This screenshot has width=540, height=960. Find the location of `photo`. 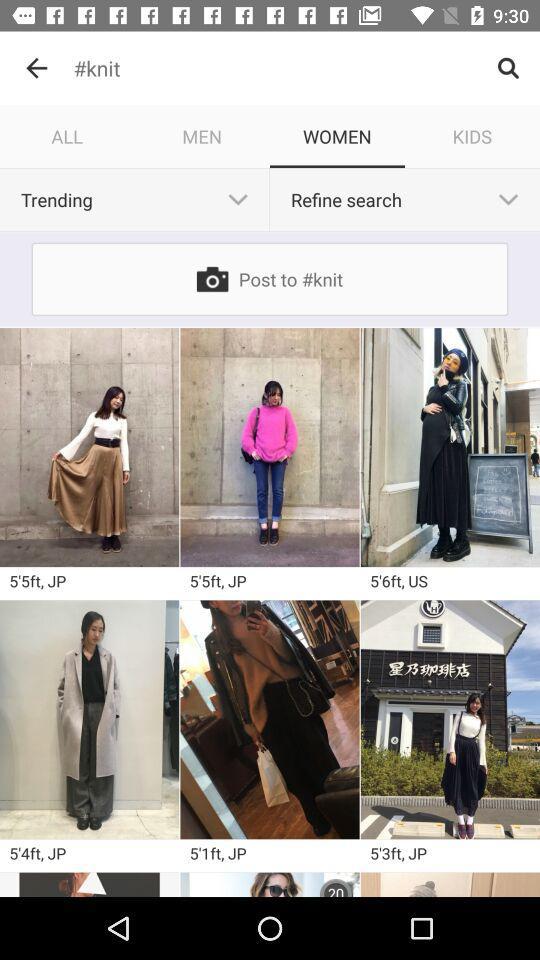

photo is located at coordinates (450, 447).